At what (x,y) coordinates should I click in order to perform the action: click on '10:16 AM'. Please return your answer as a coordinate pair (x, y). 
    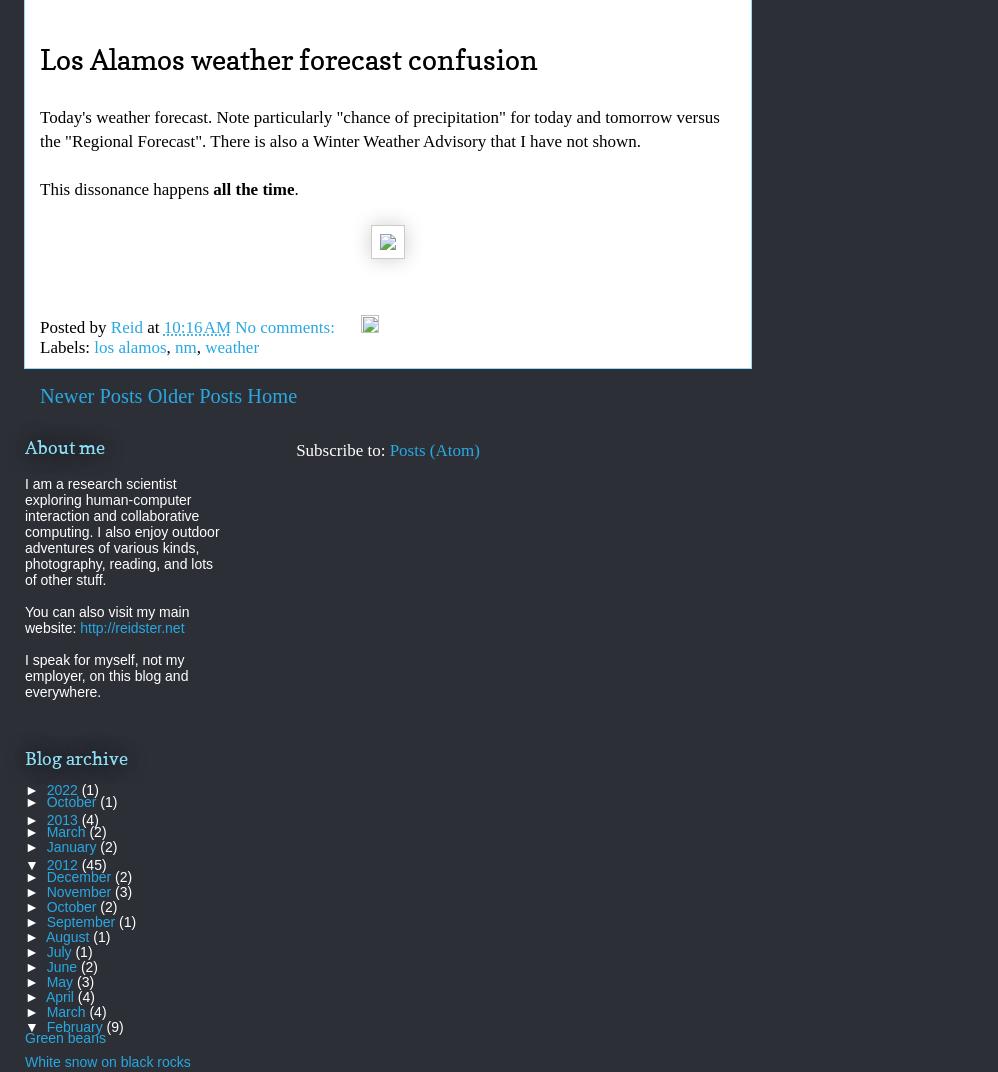
    Looking at the image, I should click on (196, 326).